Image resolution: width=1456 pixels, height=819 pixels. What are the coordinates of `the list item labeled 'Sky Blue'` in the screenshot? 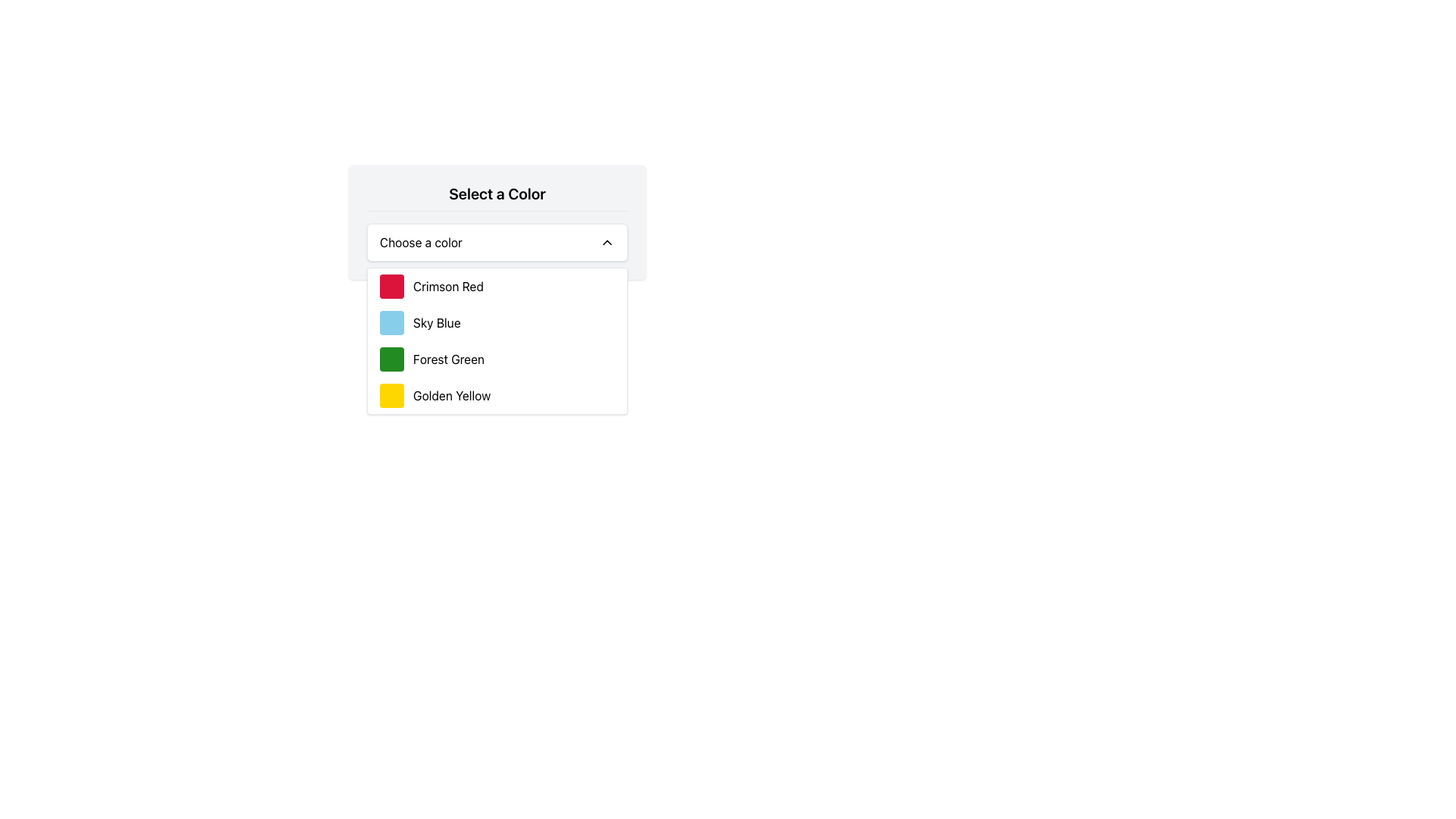 It's located at (497, 322).